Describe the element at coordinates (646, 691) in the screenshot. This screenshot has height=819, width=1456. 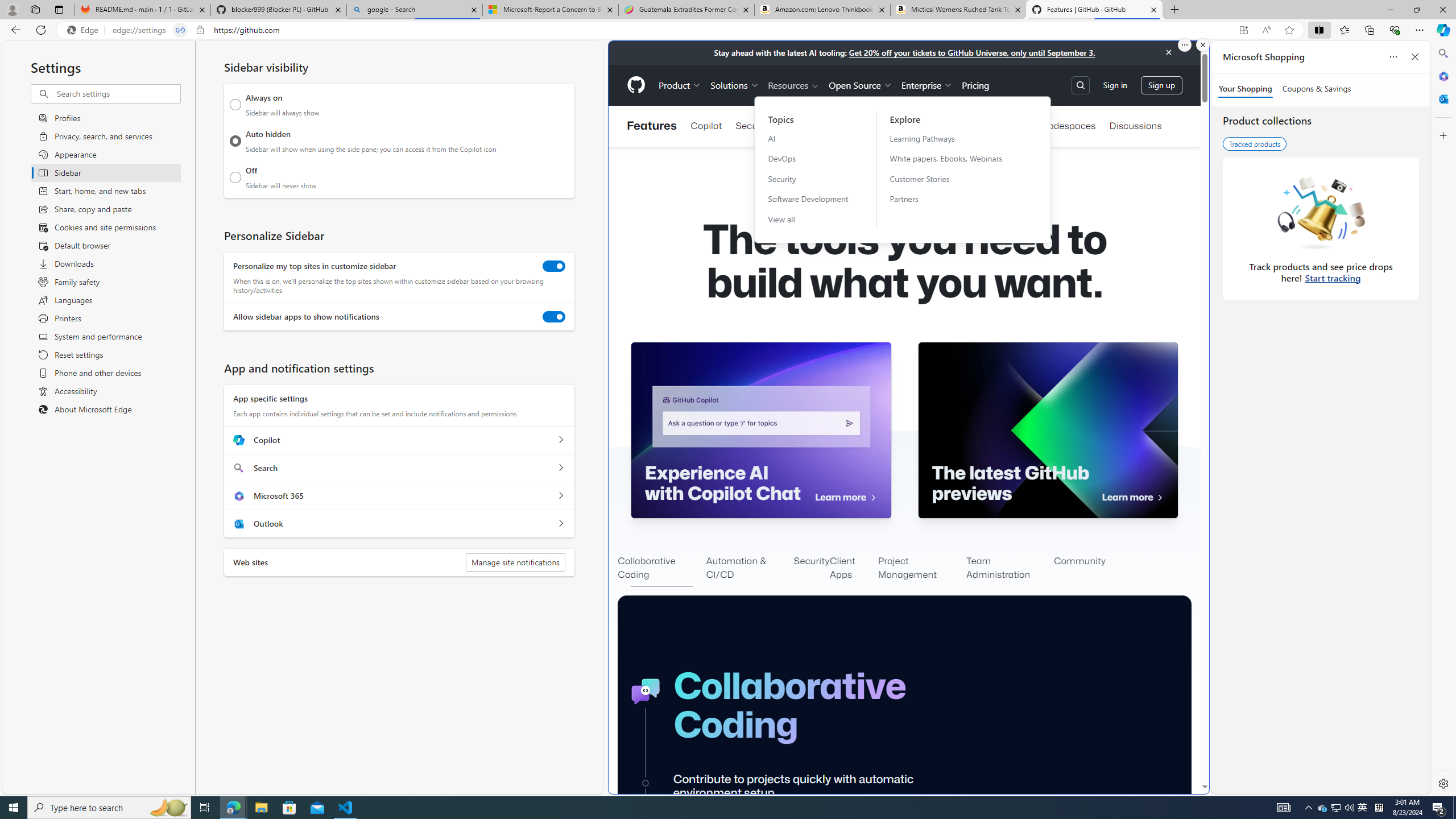
I see `'GitHub Collaboration Icon'` at that location.